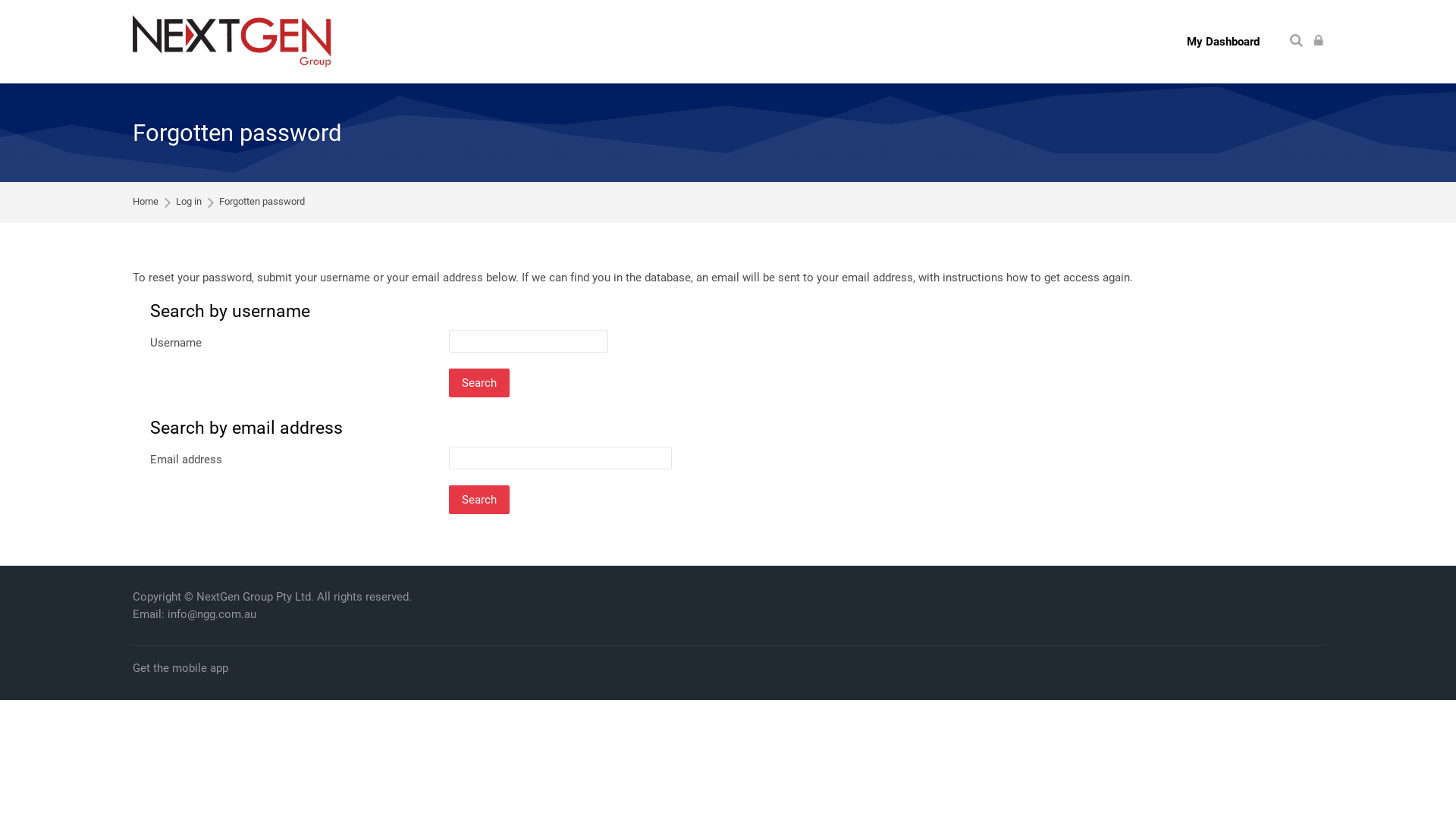 This screenshot has width=1456, height=819. I want to click on 'Home', so click(146, 201).